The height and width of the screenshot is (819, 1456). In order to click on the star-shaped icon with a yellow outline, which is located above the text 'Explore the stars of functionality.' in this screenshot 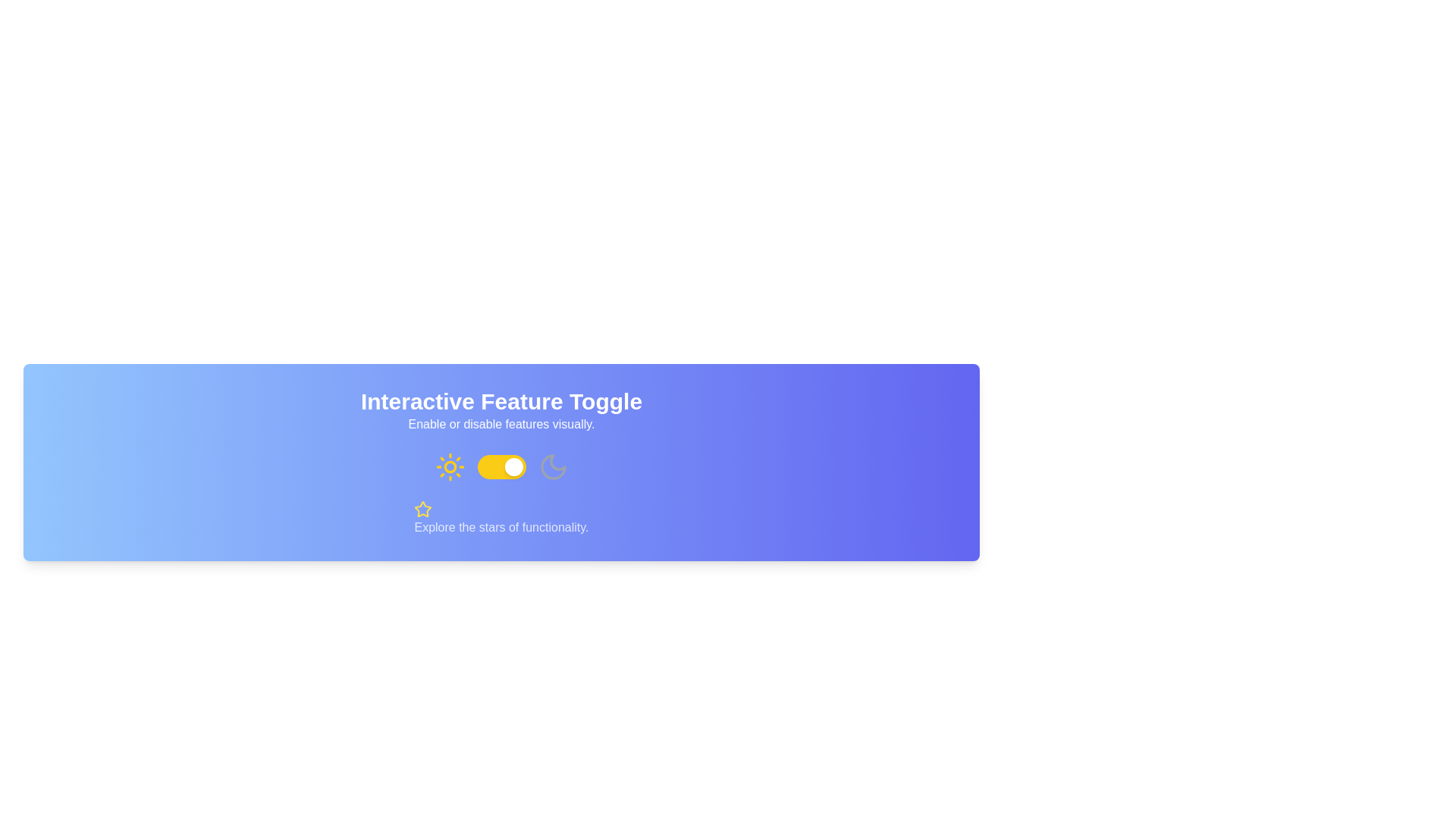, I will do `click(423, 509)`.